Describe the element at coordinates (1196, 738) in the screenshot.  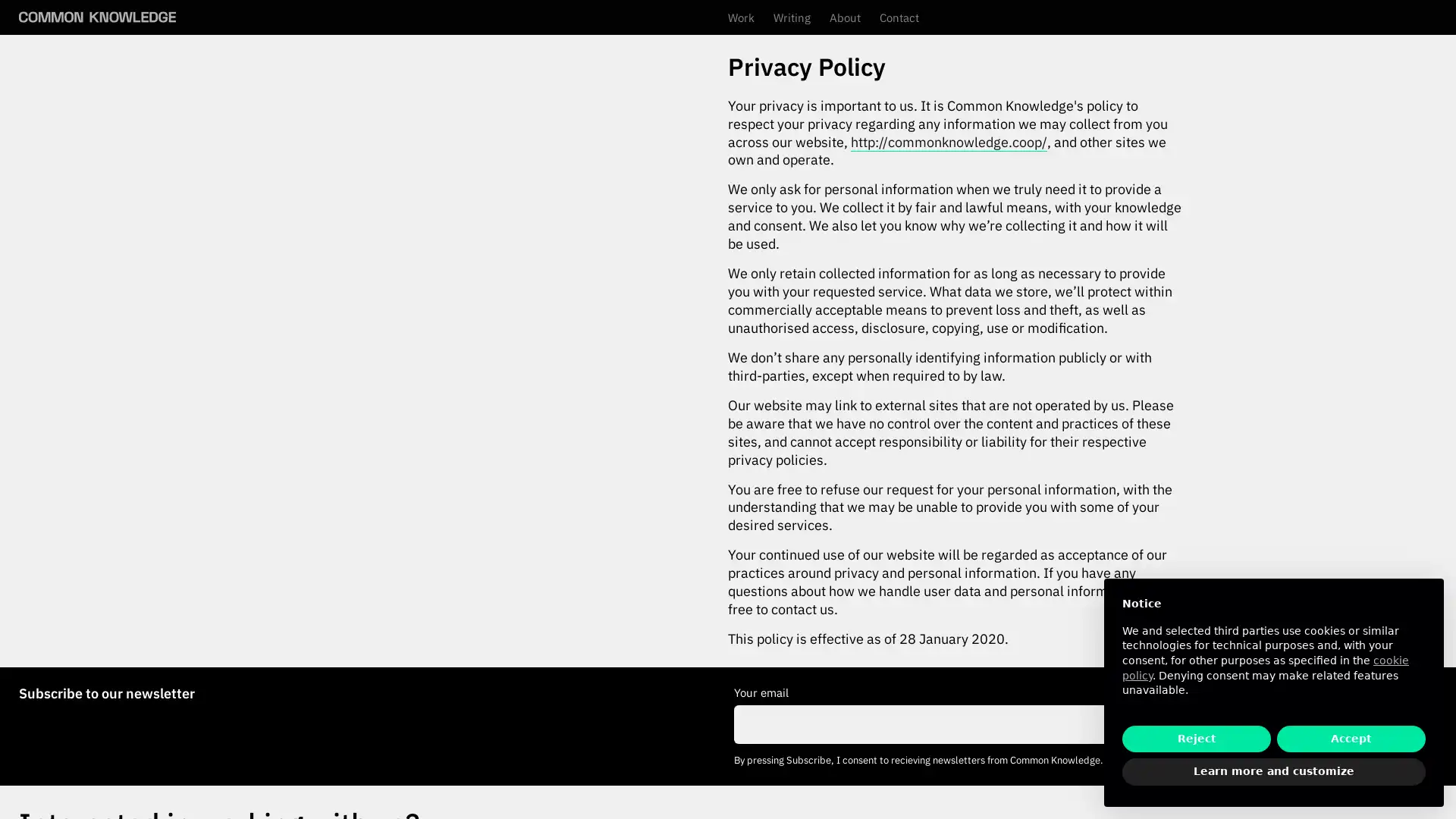
I see `Reject` at that location.